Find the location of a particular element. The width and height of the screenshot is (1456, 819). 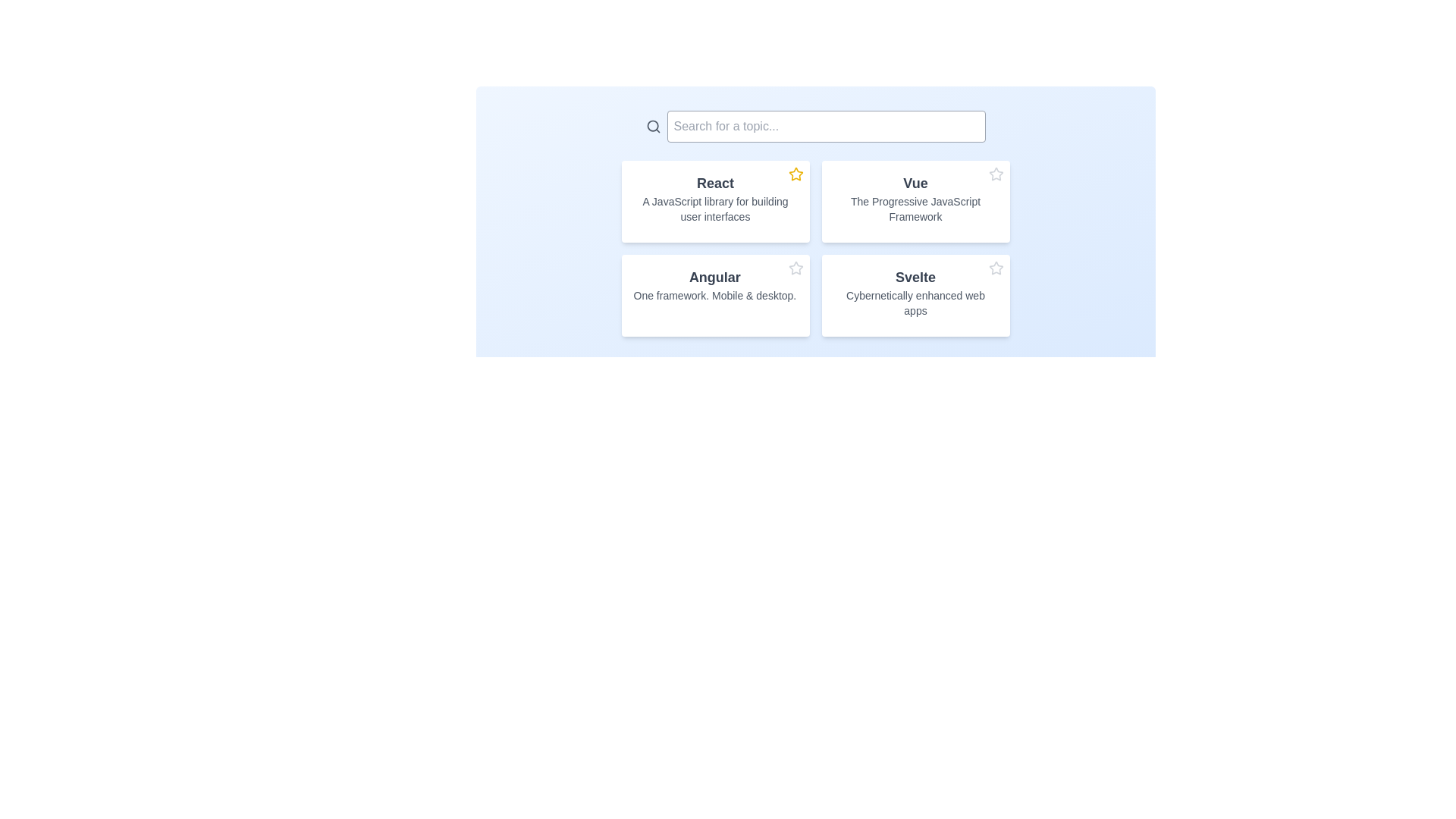

the interactive star icon located in the top-right corner of the 'Svelte' card is located at coordinates (996, 267).